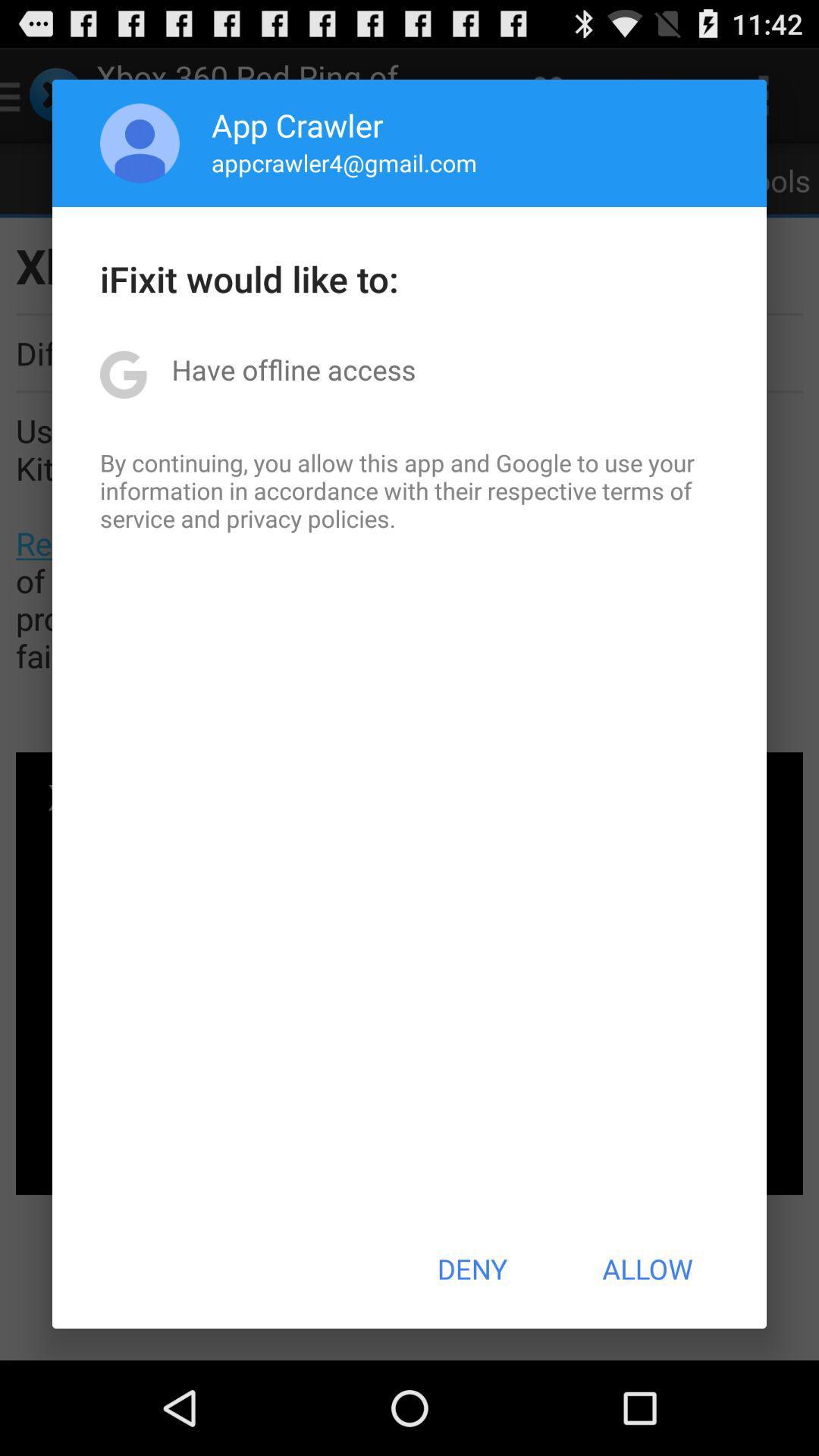 This screenshot has width=819, height=1456. What do you see at coordinates (471, 1269) in the screenshot?
I see `the deny` at bounding box center [471, 1269].